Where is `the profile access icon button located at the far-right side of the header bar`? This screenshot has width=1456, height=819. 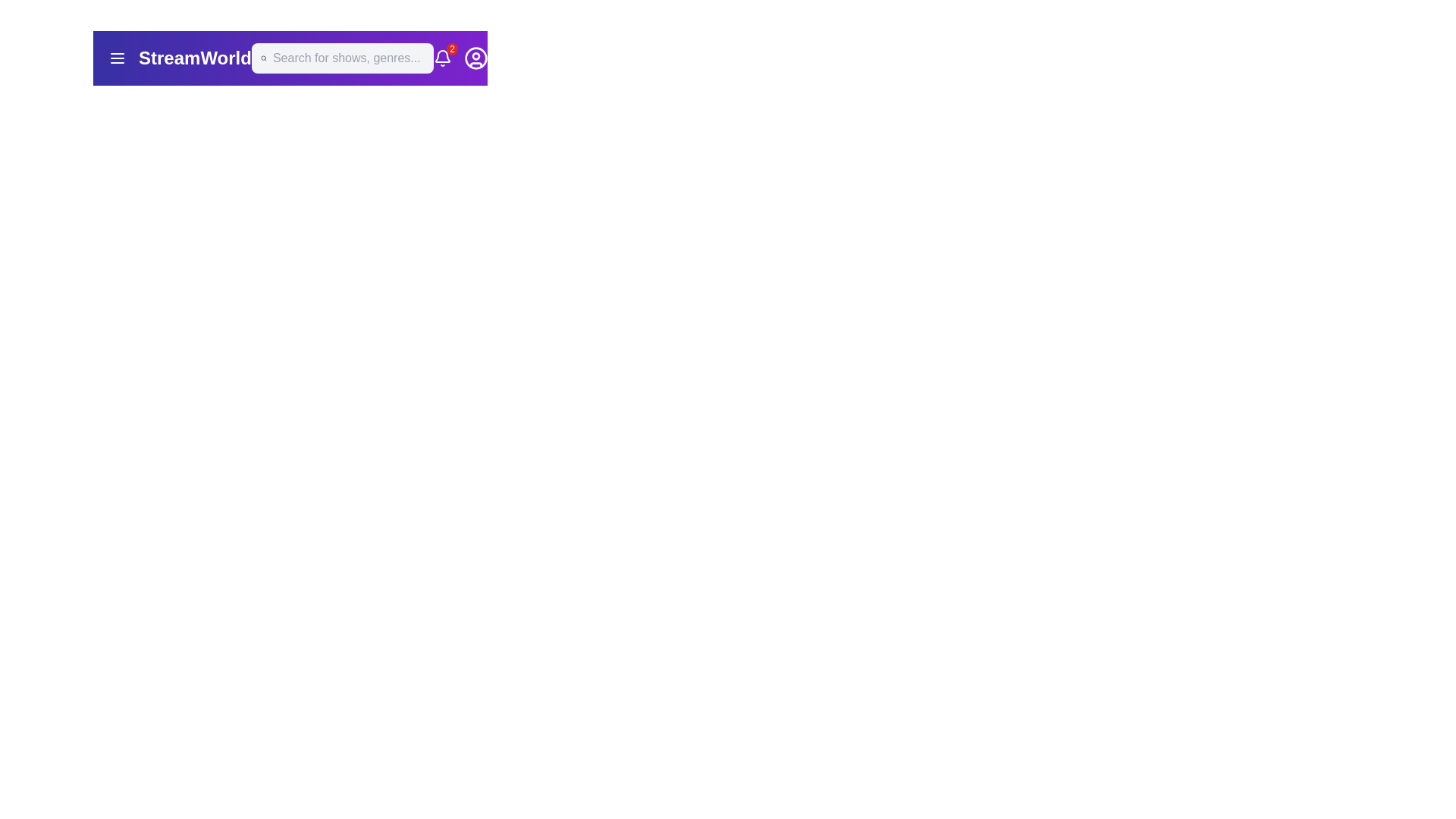
the profile access icon button located at the far-right side of the header bar is located at coordinates (475, 58).